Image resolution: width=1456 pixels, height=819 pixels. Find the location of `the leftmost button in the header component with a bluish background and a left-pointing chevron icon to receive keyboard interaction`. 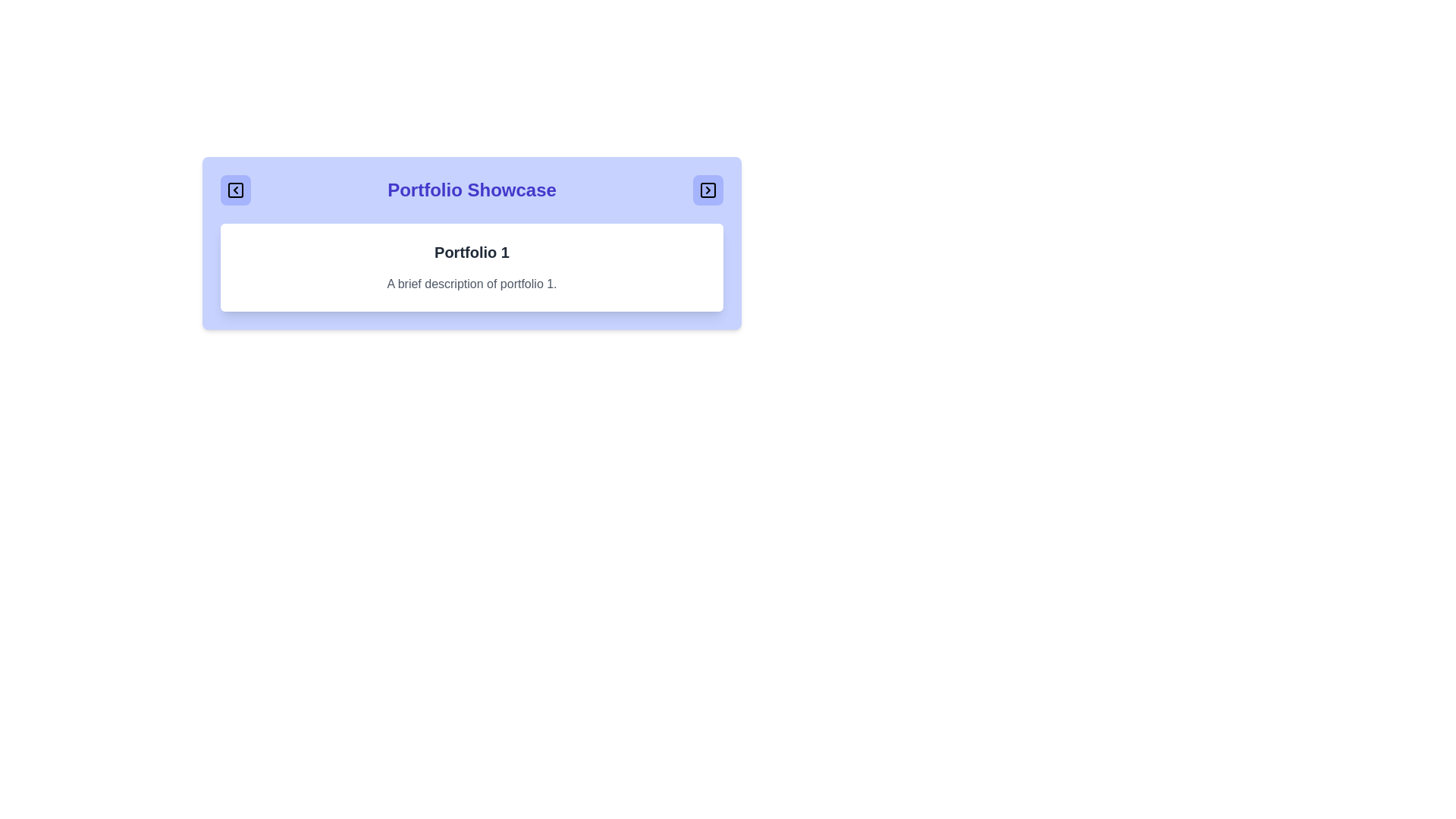

the leftmost button in the header component with a bluish background and a left-pointing chevron icon to receive keyboard interaction is located at coordinates (235, 189).